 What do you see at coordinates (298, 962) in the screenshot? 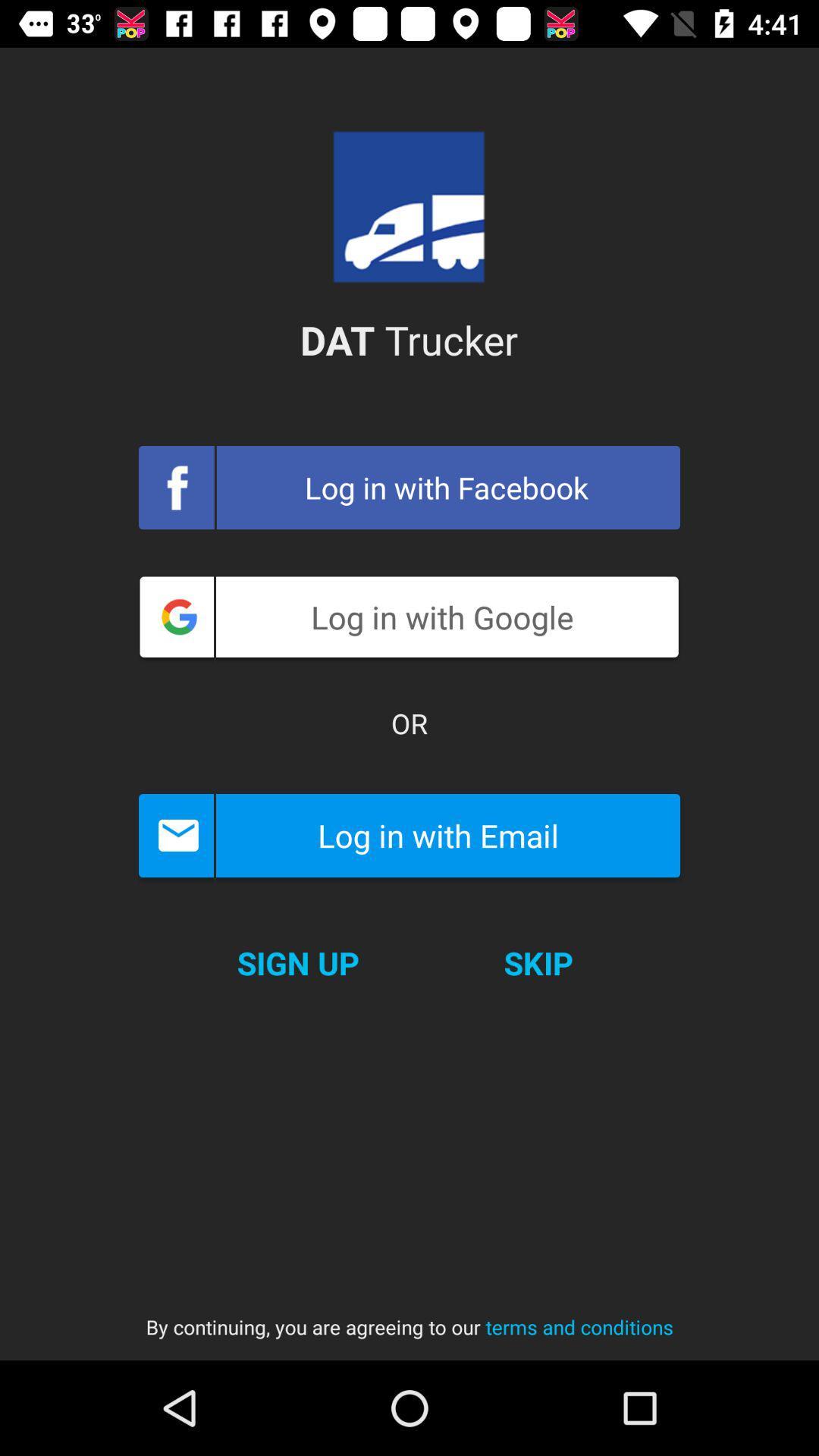
I see `the icon above the by continuing you icon` at bounding box center [298, 962].